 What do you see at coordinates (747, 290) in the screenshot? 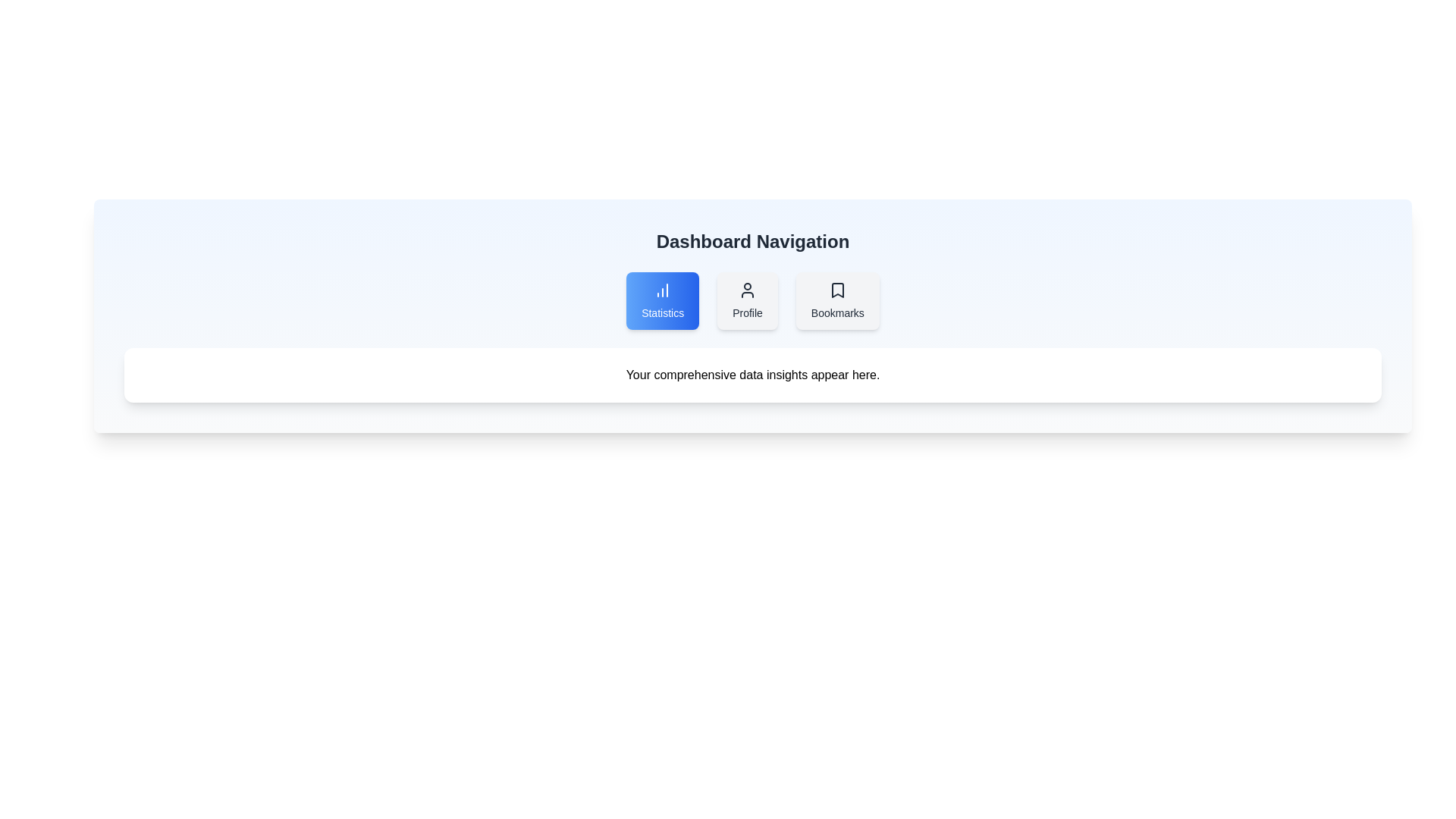
I see `the Profile icon, which is centrally located within the rectangular button labeled 'Profile' in the navigation bar beneath the title 'Dashboard Navigation'` at bounding box center [747, 290].